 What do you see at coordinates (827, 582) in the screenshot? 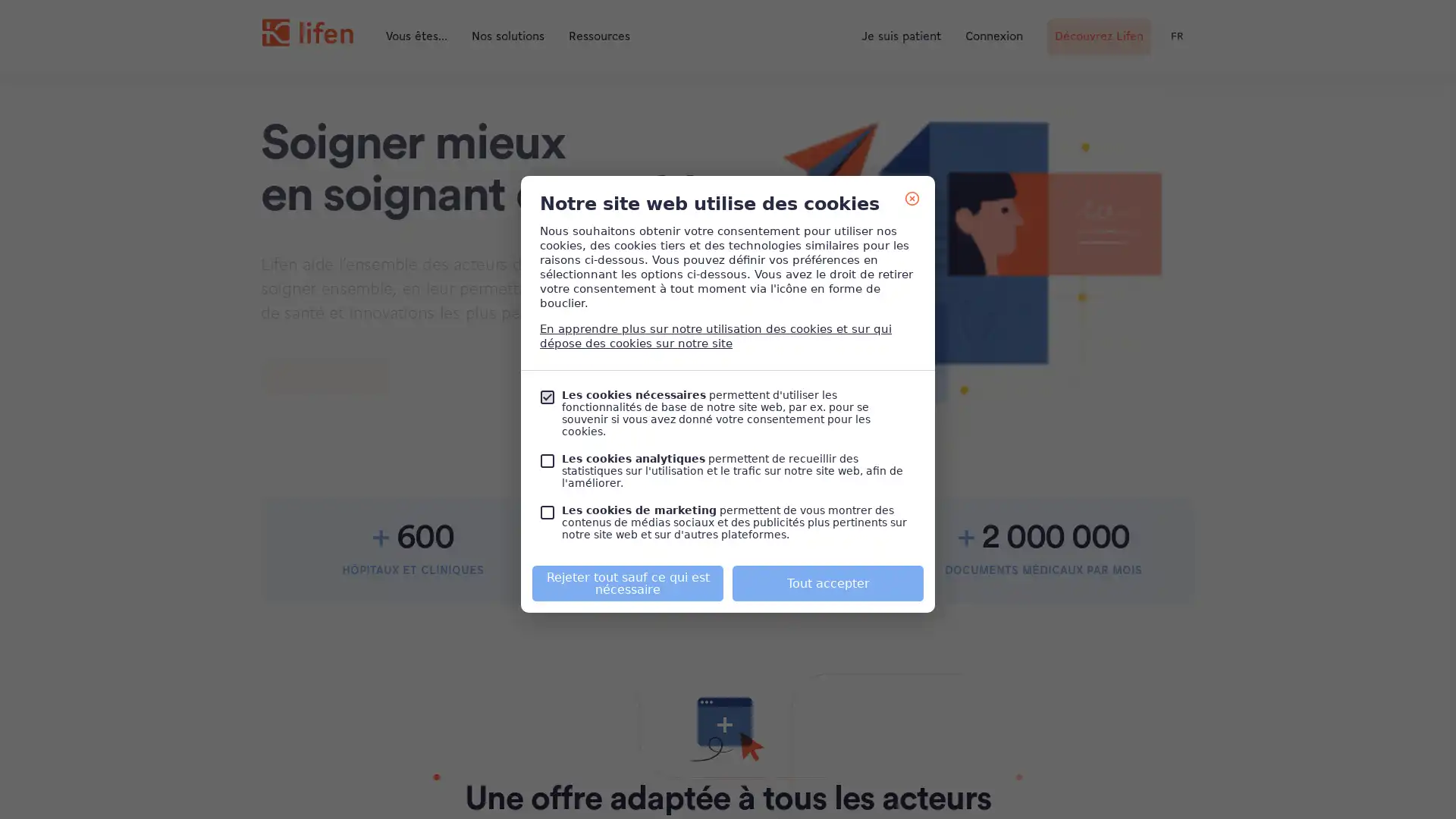
I see `Tout accepter` at bounding box center [827, 582].